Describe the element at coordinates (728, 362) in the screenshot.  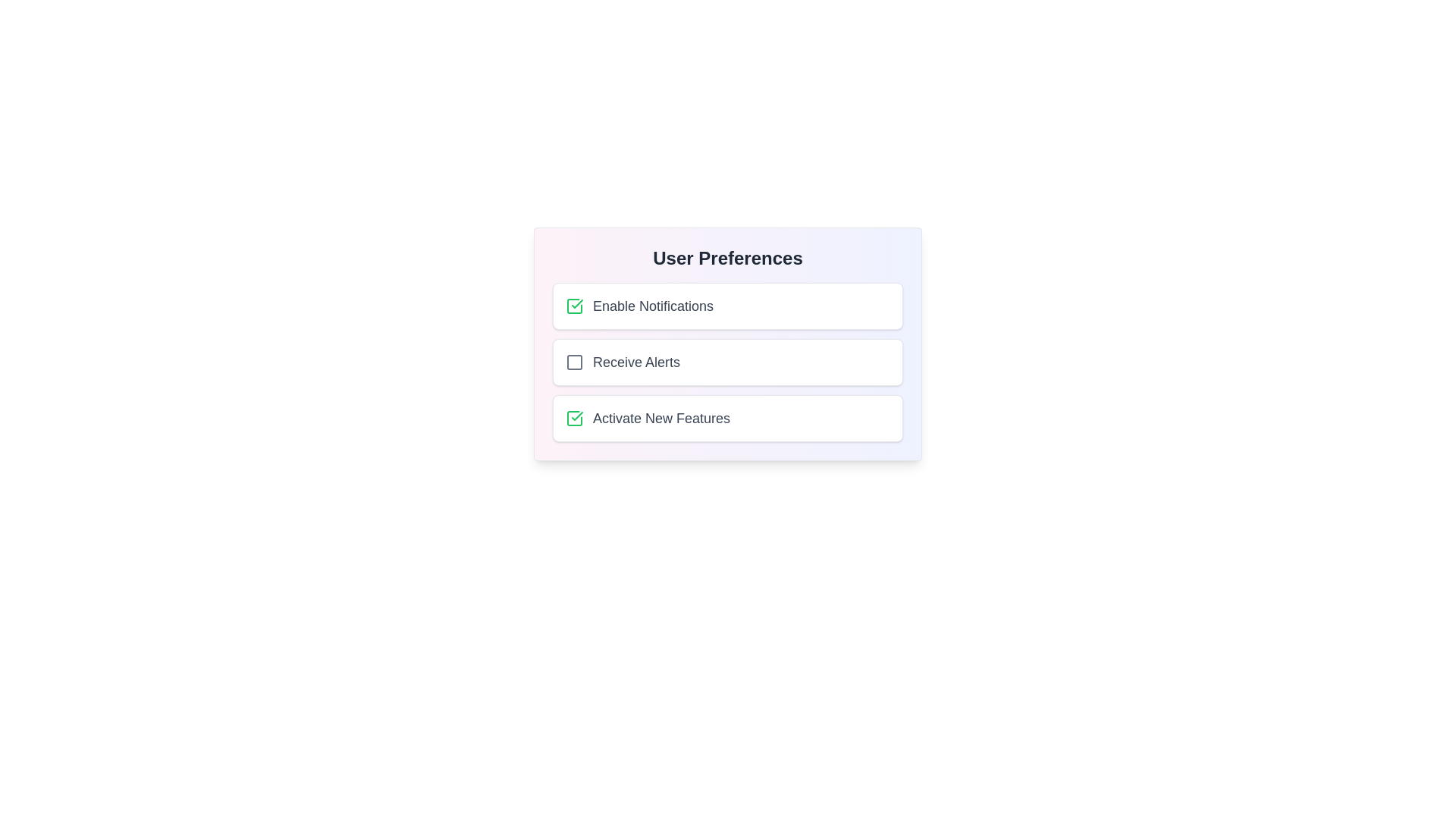
I see `the 'Receive Alerts' checkbox element in the 'User Preferences' section` at that location.